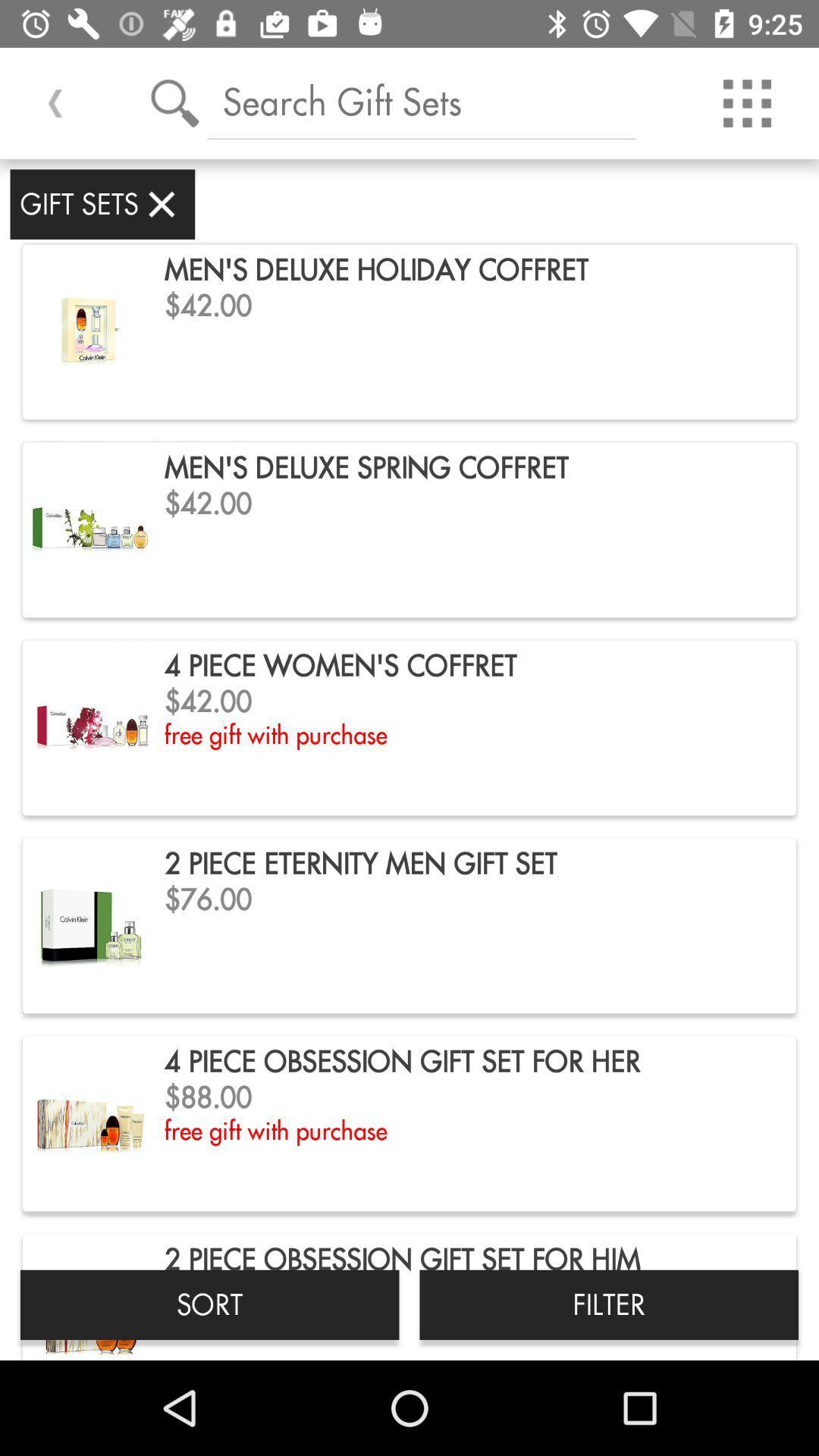  I want to click on the item to the left of filter icon, so click(209, 1304).